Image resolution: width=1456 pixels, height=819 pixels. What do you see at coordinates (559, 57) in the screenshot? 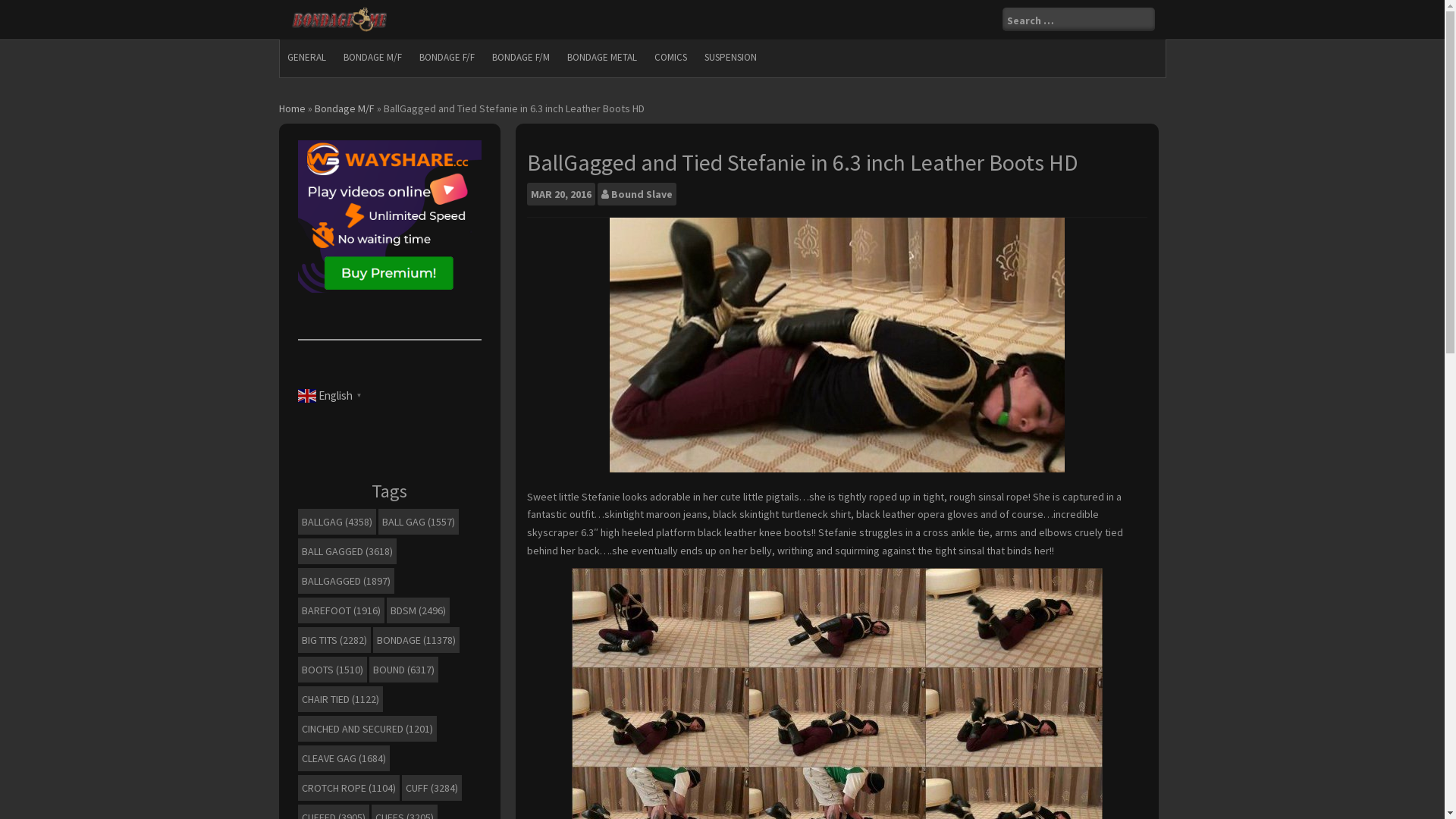
I see `'BONDAGE METAL'` at bounding box center [559, 57].